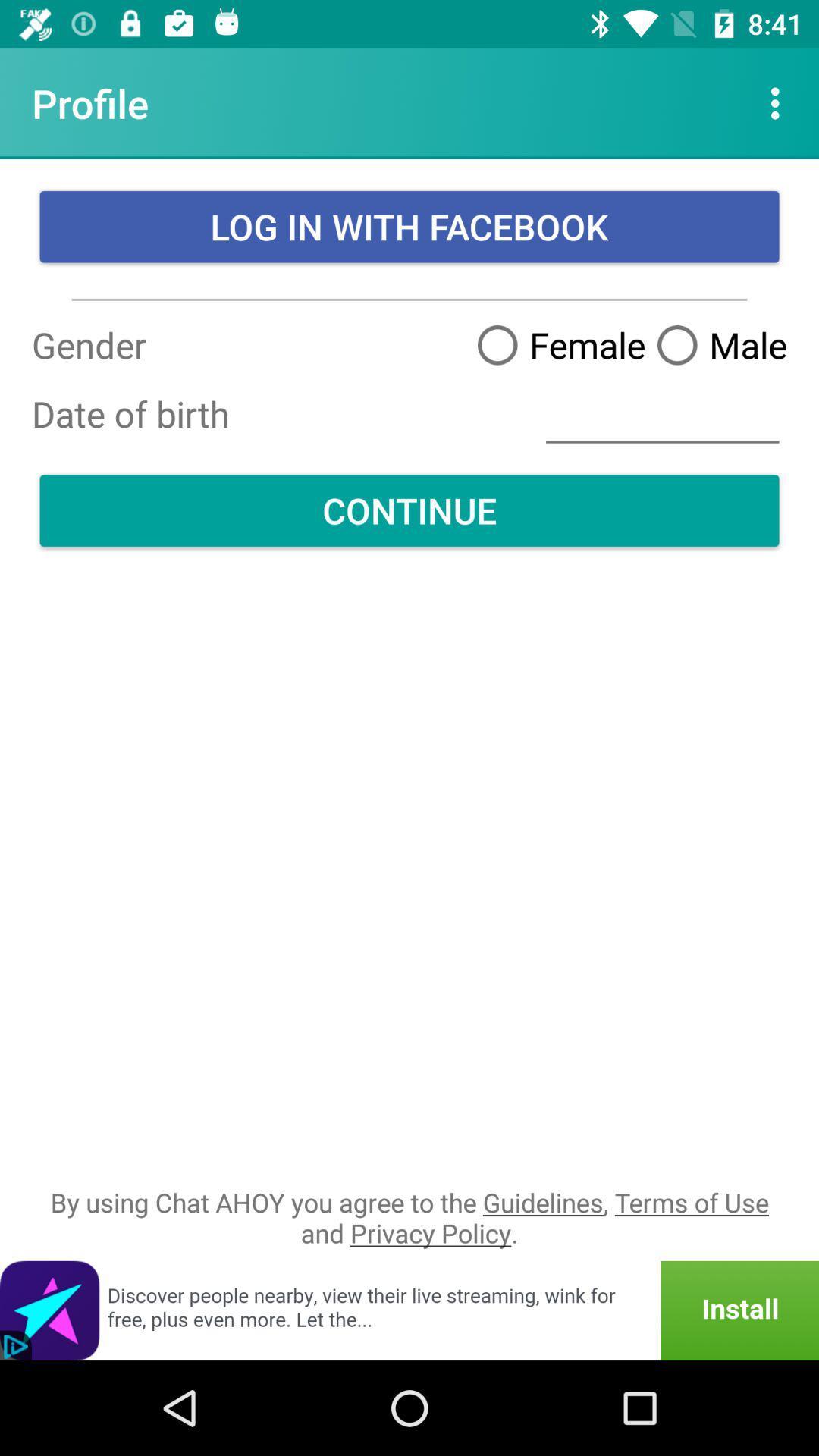 This screenshot has height=1456, width=819. Describe the element at coordinates (409, 226) in the screenshot. I see `the log in with` at that location.